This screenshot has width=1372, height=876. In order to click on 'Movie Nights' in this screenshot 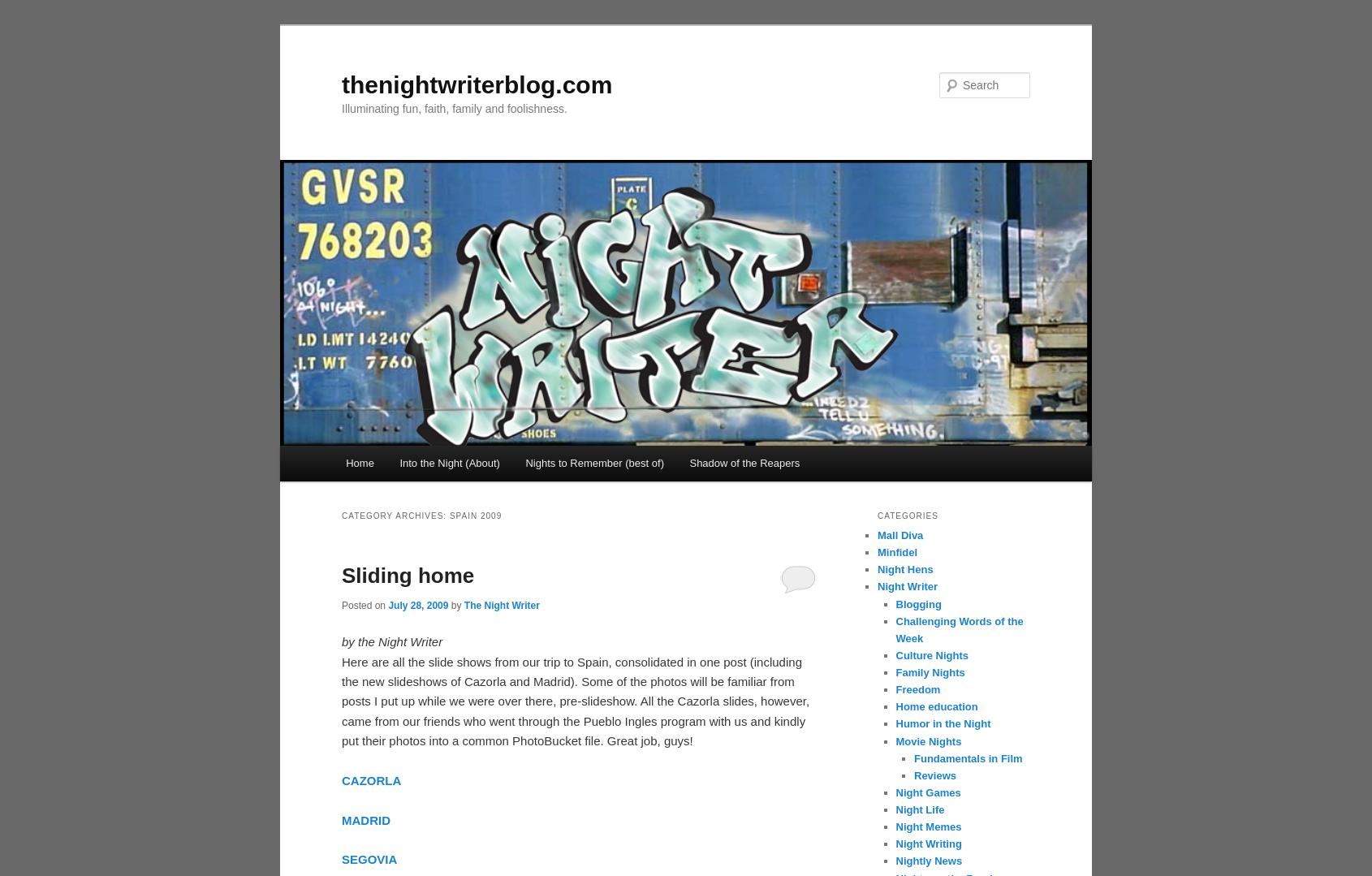, I will do `click(928, 740)`.